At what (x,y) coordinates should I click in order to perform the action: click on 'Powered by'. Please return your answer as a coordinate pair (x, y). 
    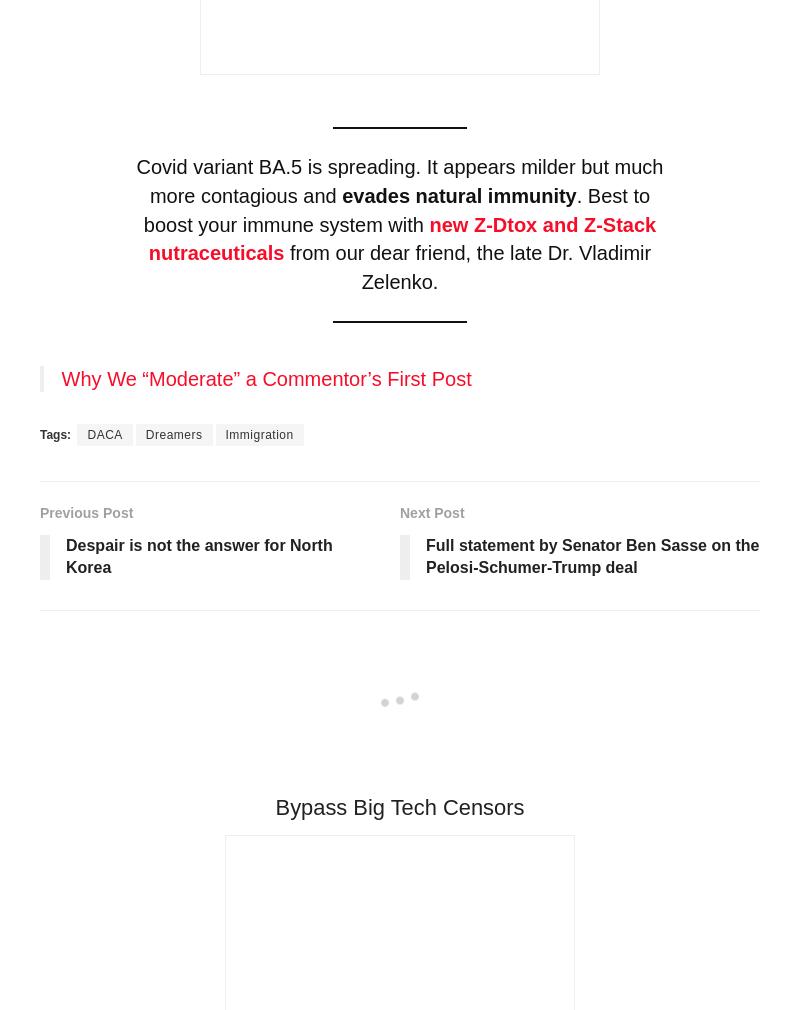
    Looking at the image, I should click on (96, 978).